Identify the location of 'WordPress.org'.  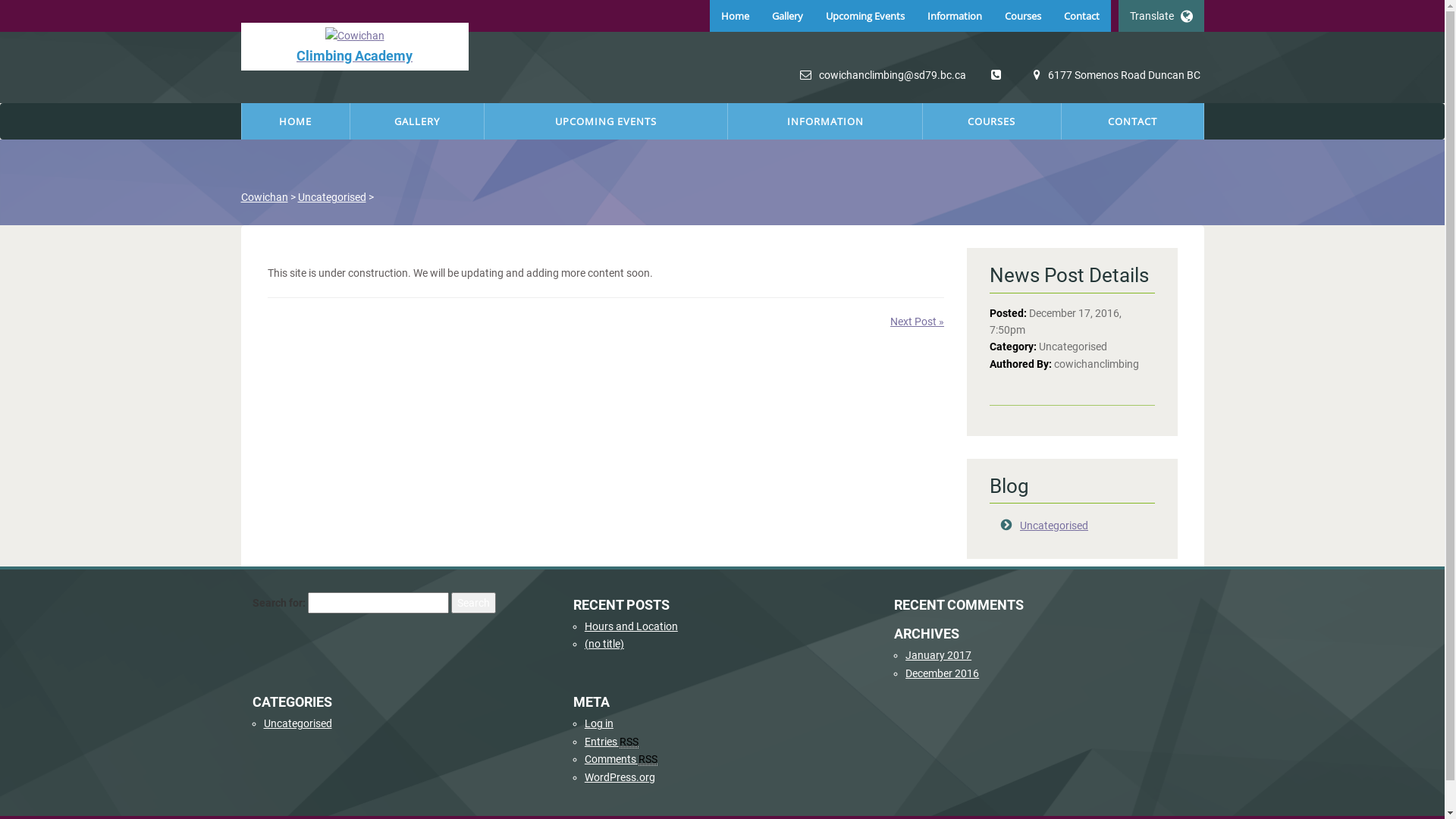
(620, 777).